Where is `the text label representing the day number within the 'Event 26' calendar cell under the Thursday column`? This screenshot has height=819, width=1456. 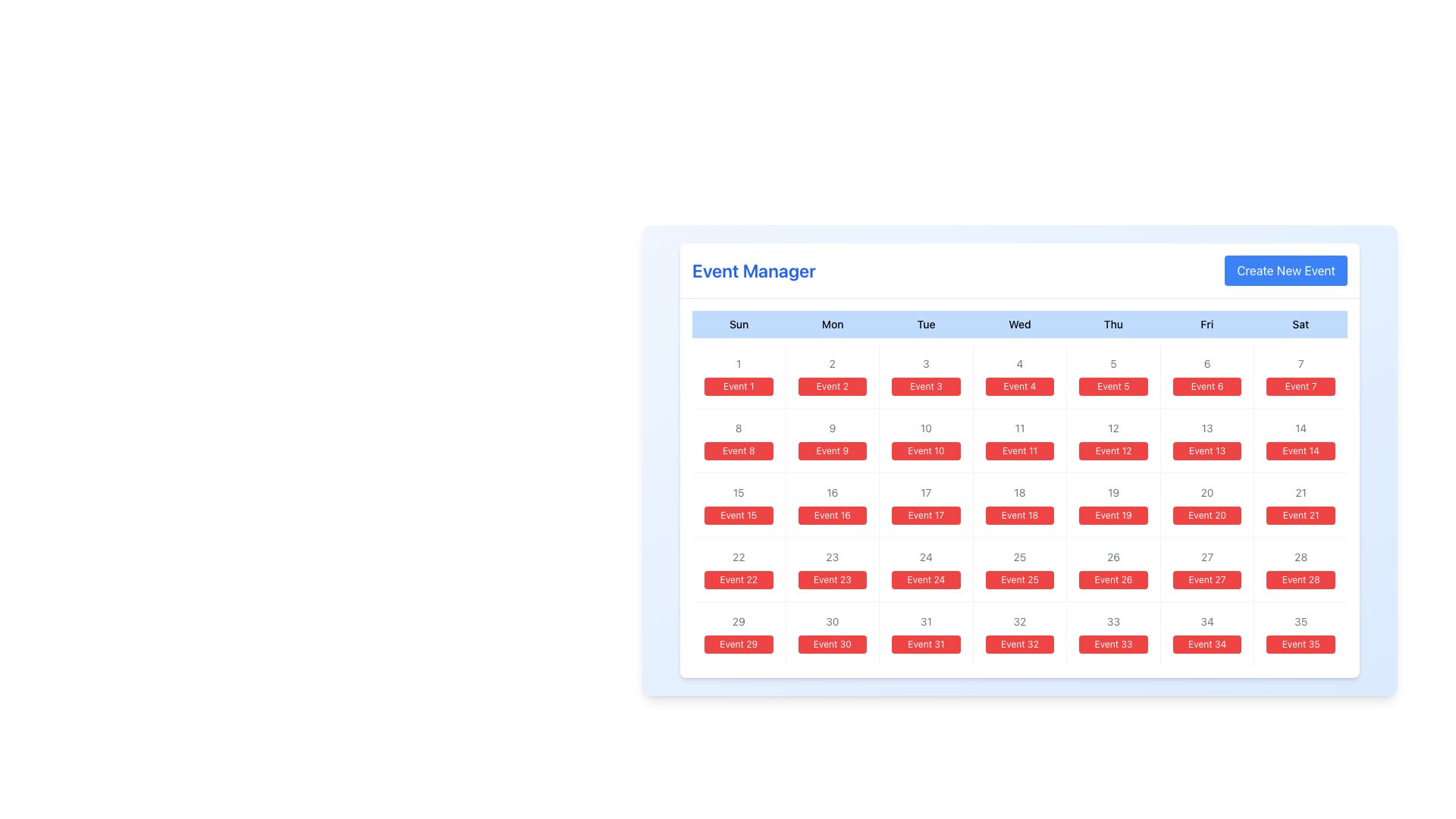
the text label representing the day number within the 'Event 26' calendar cell under the Thursday column is located at coordinates (1113, 557).